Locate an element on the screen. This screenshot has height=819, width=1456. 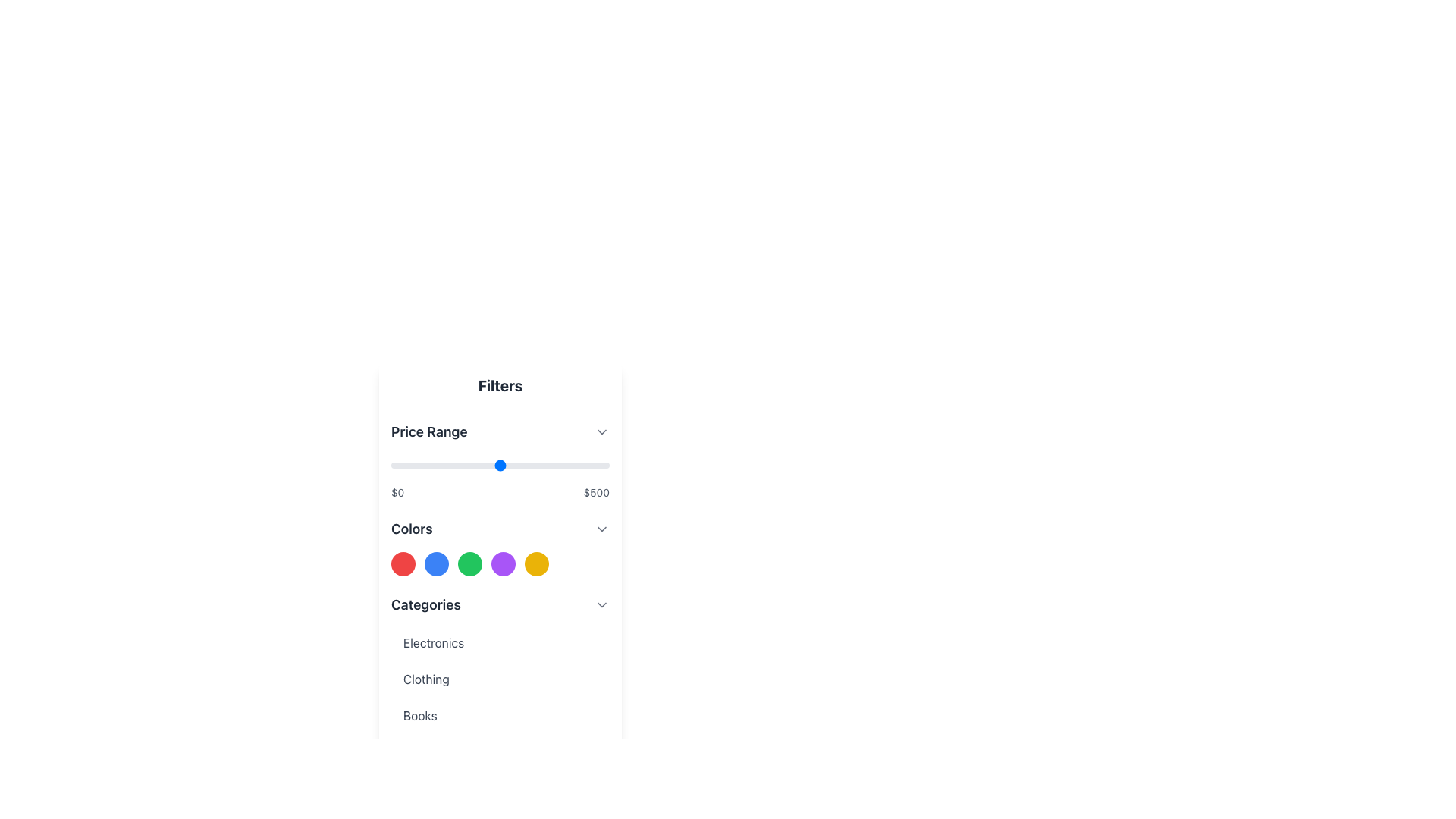
the 'Books' category button located in the filter sidebar under the 'Categories' section is located at coordinates (500, 716).